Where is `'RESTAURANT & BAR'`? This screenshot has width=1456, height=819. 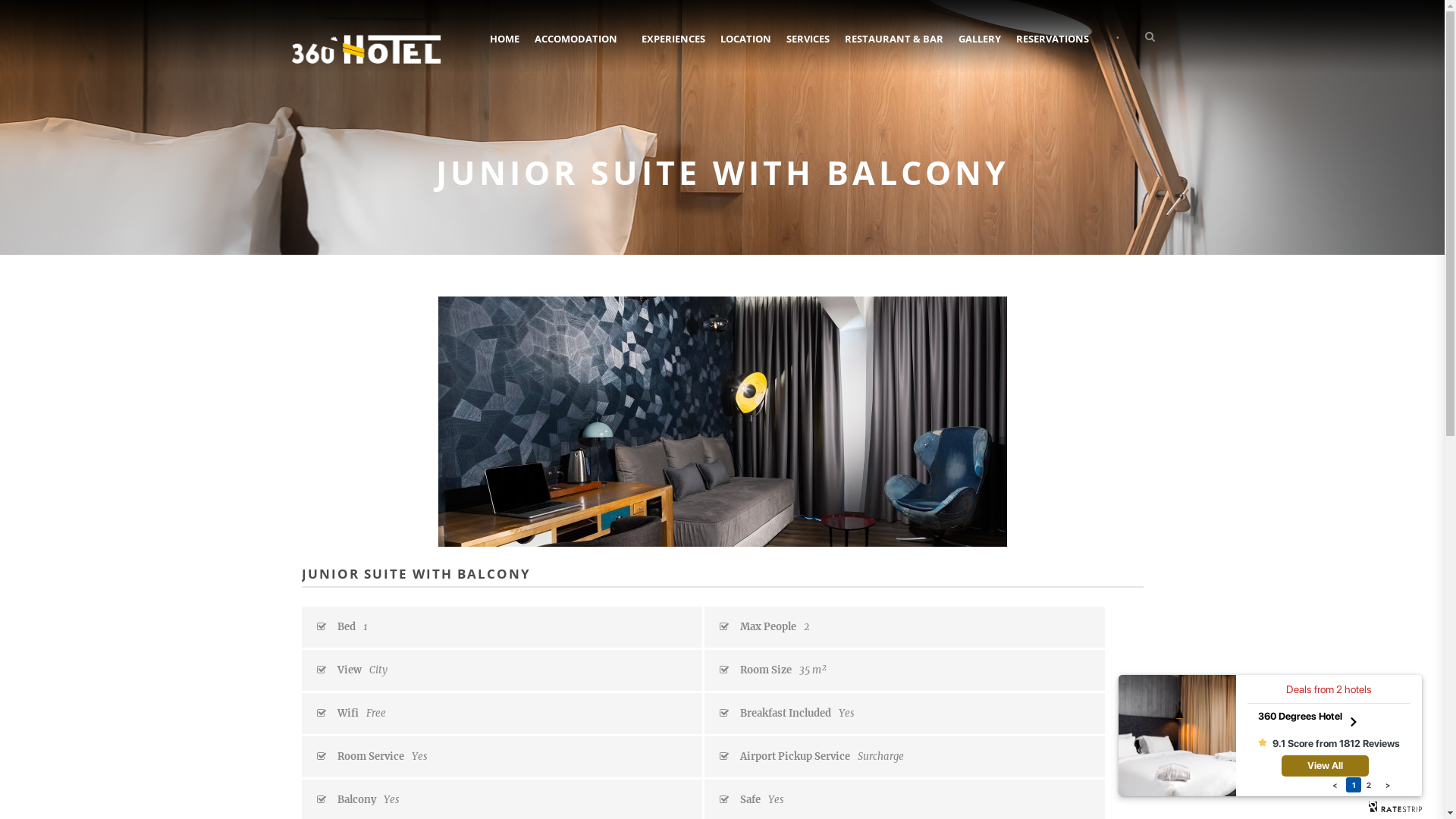
'RESTAURANT & BAR' is located at coordinates (894, 47).